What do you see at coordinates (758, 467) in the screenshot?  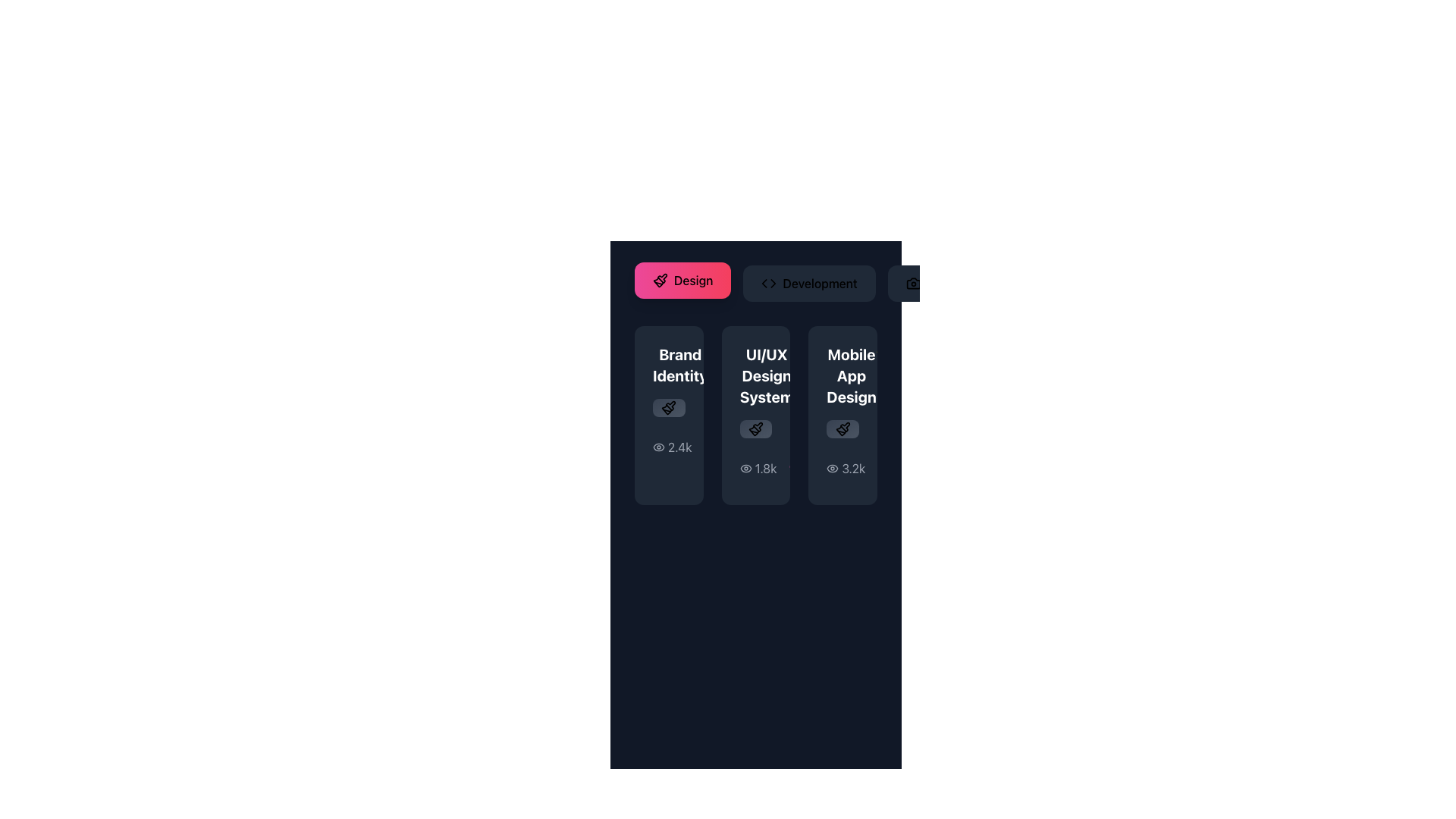 I see `the eye icon adjacent to the view count text in the second column of the vertical card layout` at bounding box center [758, 467].